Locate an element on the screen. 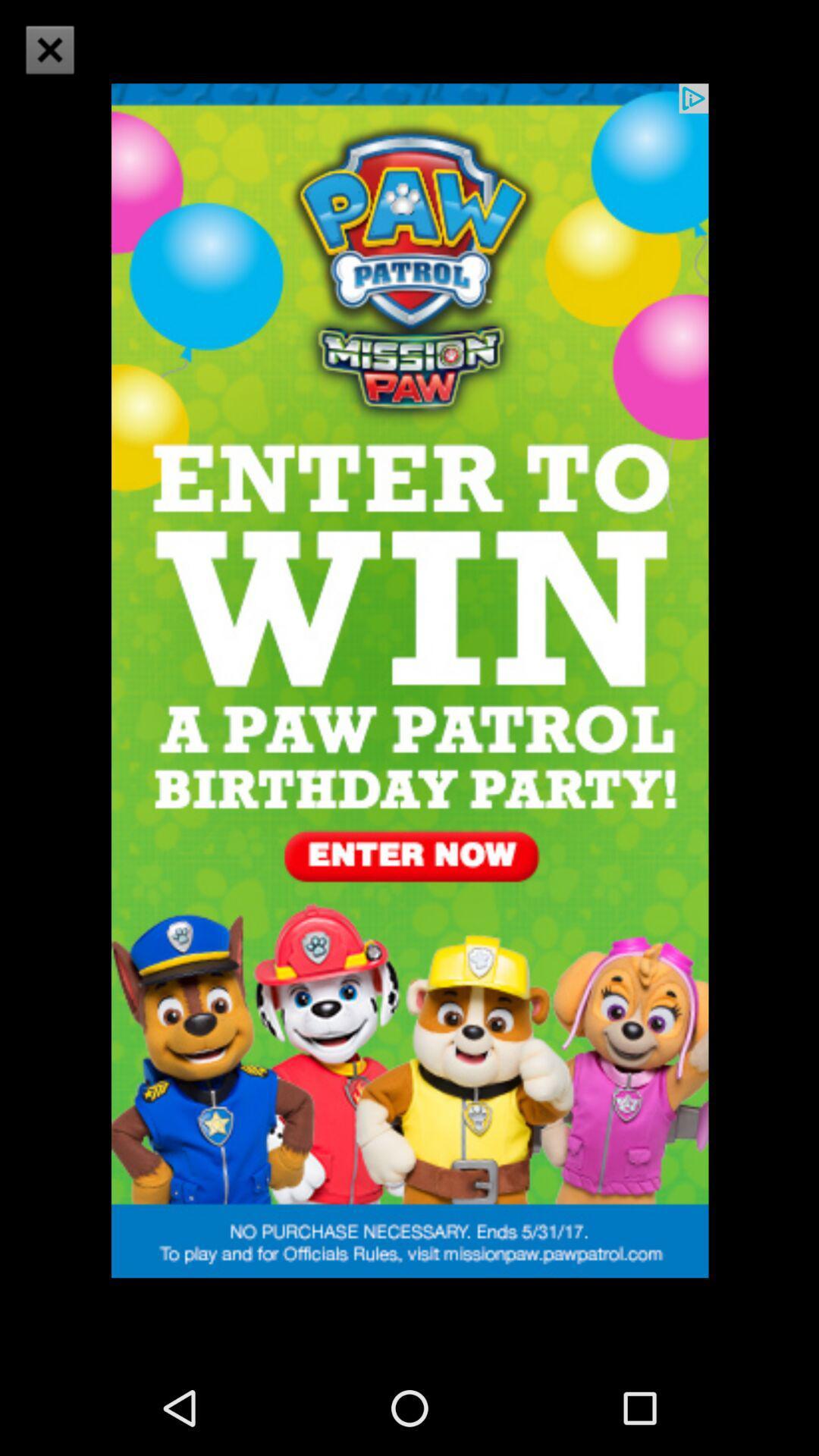 The width and height of the screenshot is (819, 1456). the close icon is located at coordinates (49, 53).